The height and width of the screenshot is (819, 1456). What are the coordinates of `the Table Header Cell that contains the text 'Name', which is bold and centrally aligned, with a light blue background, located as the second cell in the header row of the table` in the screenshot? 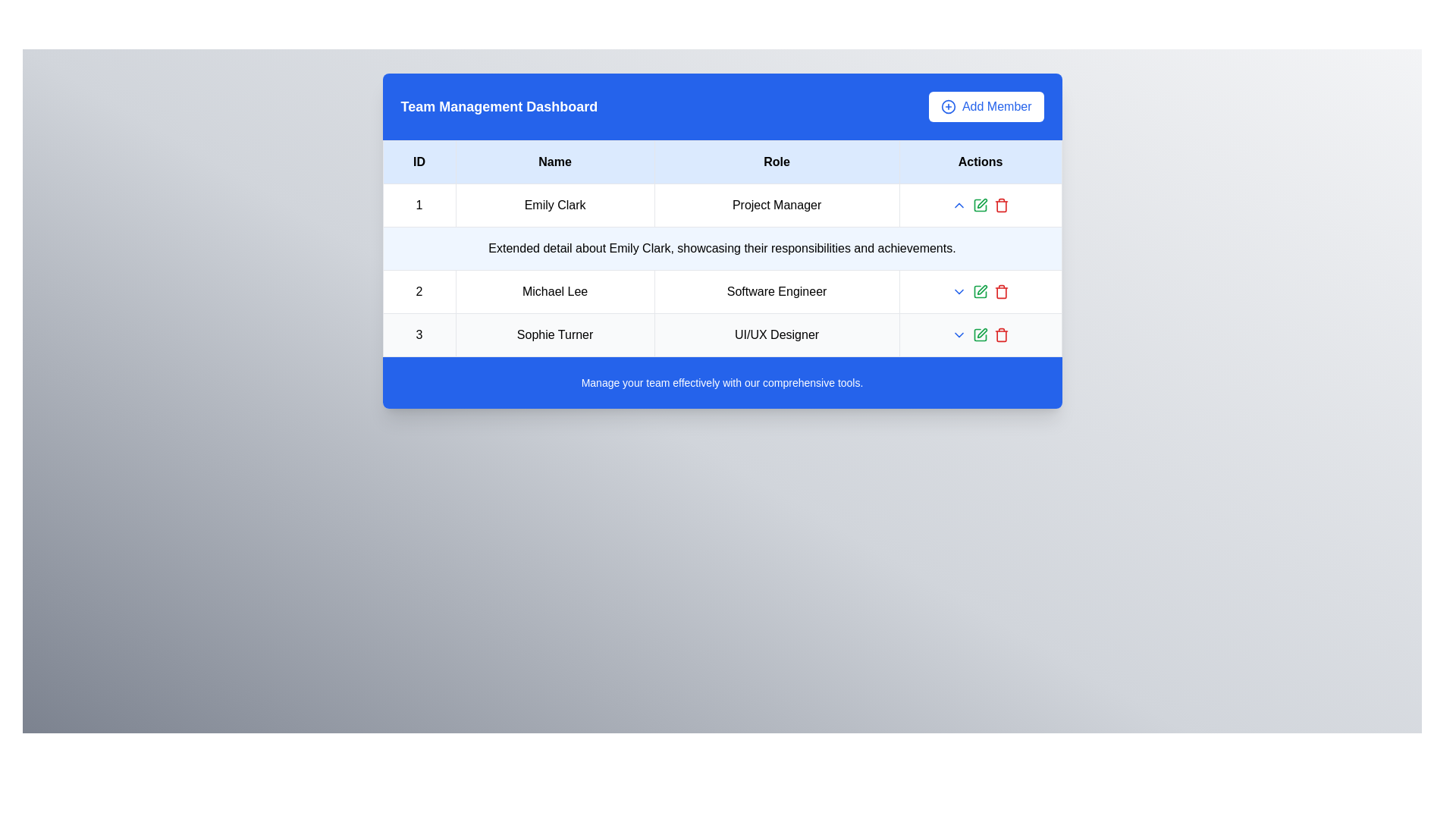 It's located at (554, 162).